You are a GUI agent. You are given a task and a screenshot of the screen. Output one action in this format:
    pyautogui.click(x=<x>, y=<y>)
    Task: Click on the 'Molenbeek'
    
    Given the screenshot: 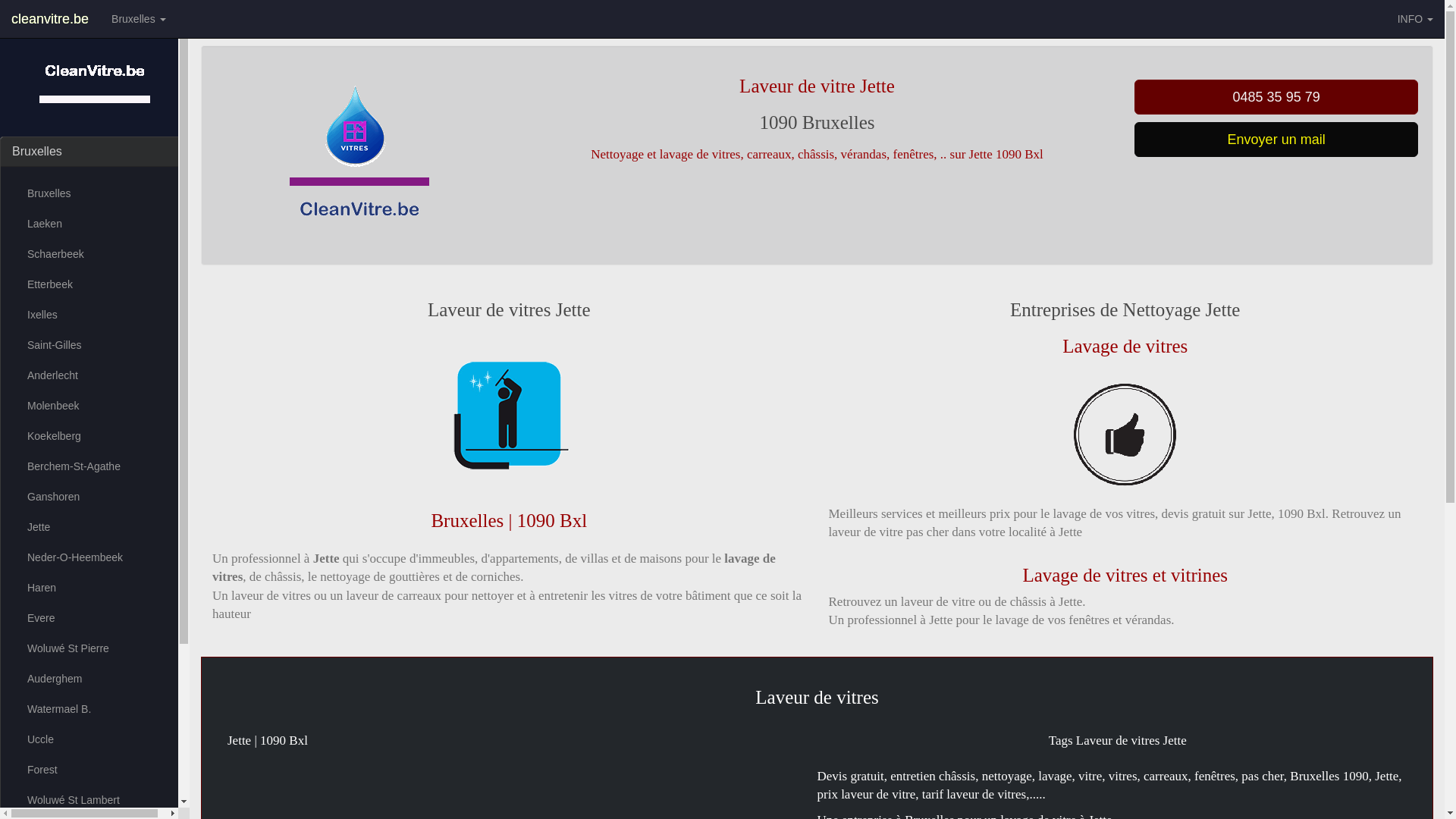 What is the action you would take?
    pyautogui.click(x=93, y=405)
    